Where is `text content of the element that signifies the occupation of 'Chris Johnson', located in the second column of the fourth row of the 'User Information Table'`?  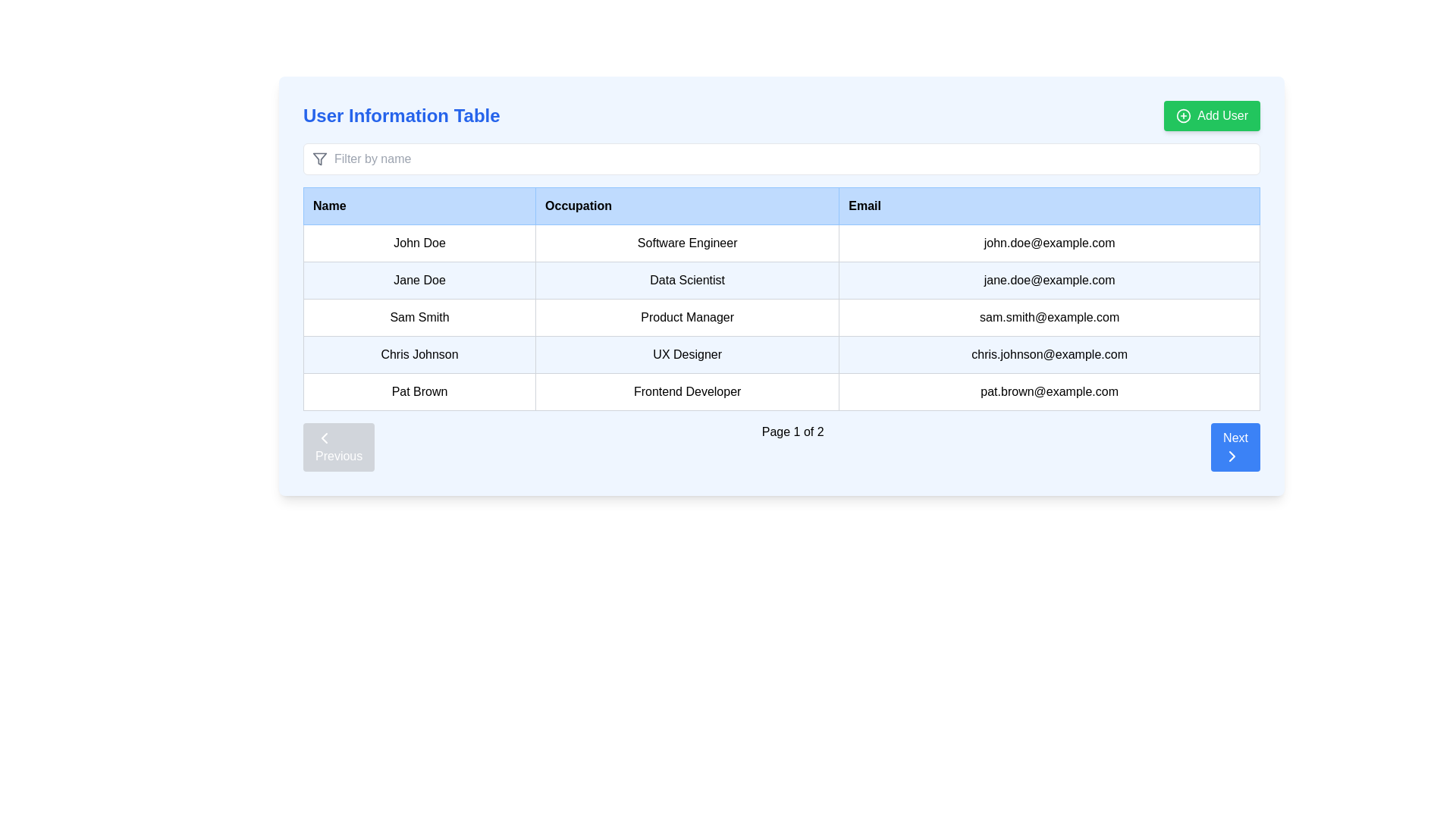
text content of the element that signifies the occupation of 'Chris Johnson', located in the second column of the fourth row of the 'User Information Table' is located at coordinates (686, 354).